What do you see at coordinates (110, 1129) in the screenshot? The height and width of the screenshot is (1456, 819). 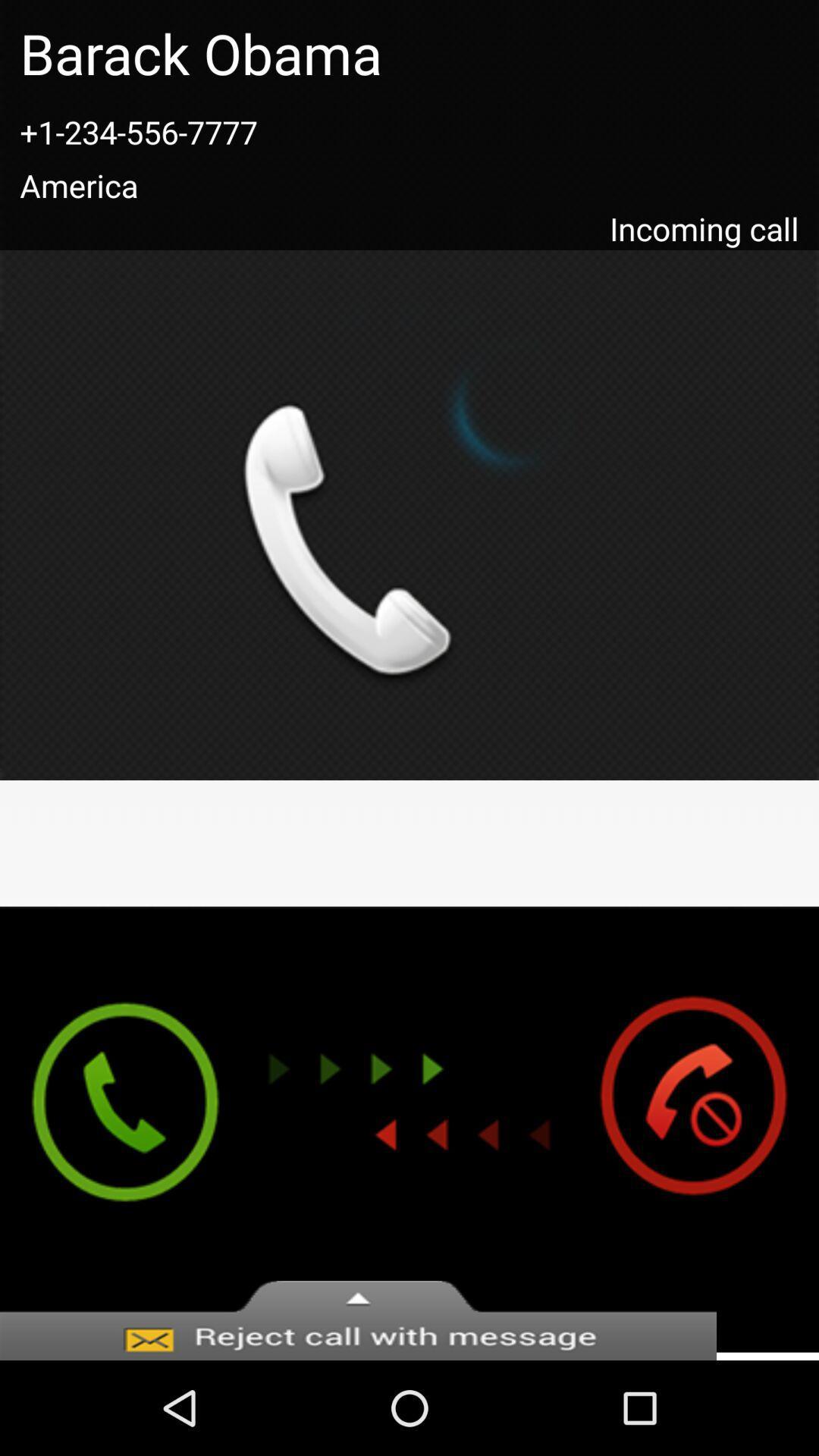 I see `the icon at the bottom left corner` at bounding box center [110, 1129].